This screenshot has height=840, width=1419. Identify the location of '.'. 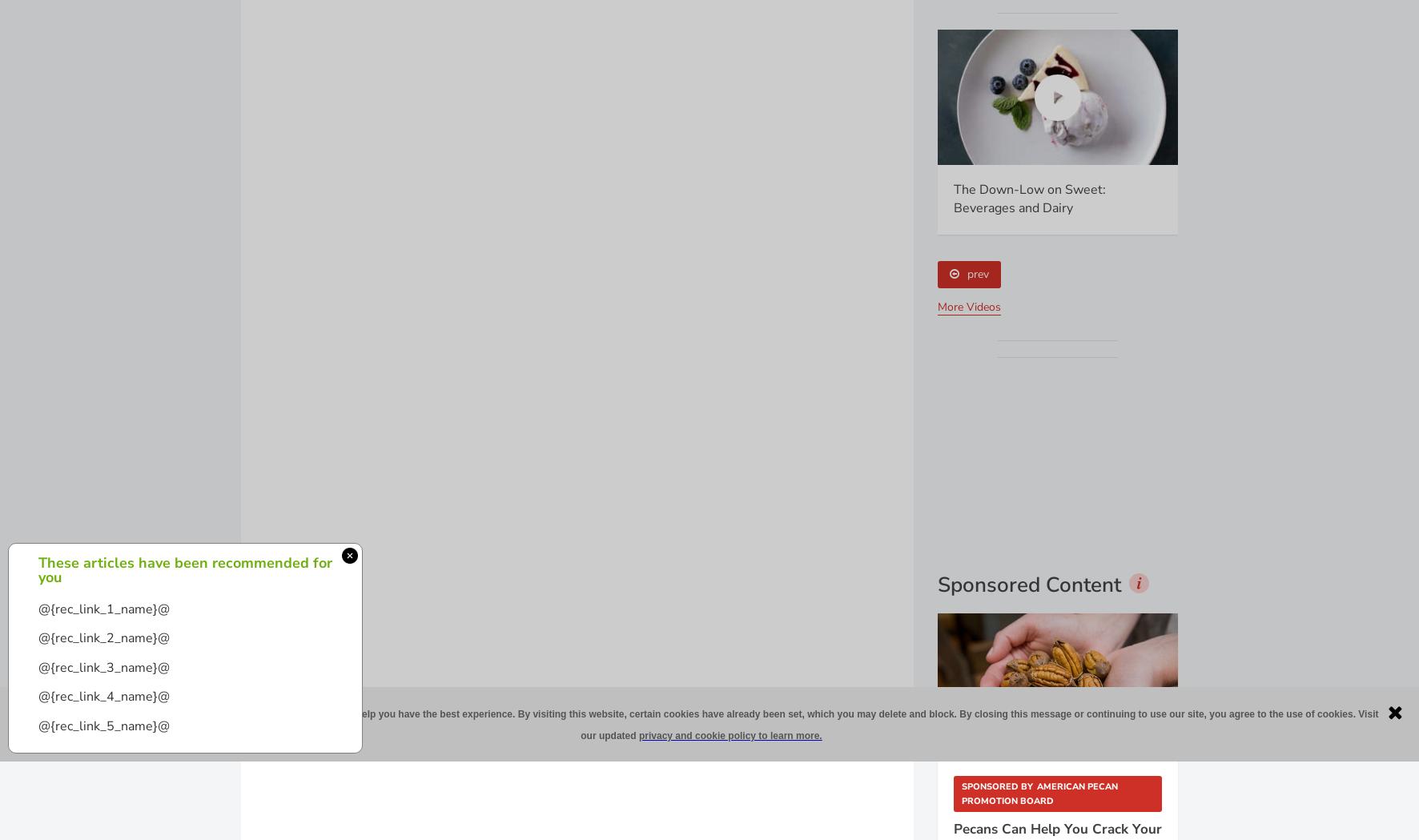
(1107, 515).